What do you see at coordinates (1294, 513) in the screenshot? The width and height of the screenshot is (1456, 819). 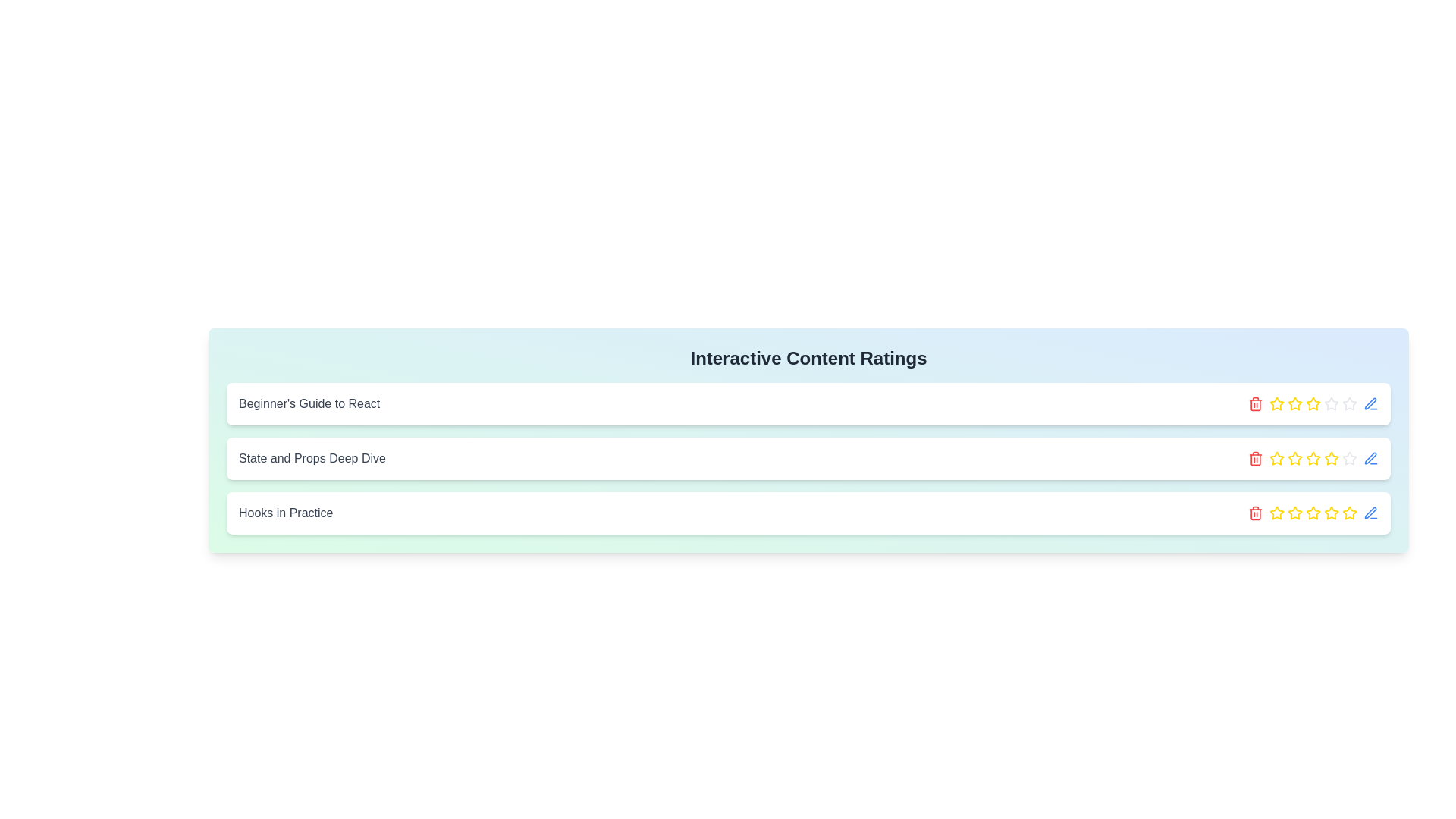 I see `the third star in the rating row for 'Hooks in Practice'` at bounding box center [1294, 513].